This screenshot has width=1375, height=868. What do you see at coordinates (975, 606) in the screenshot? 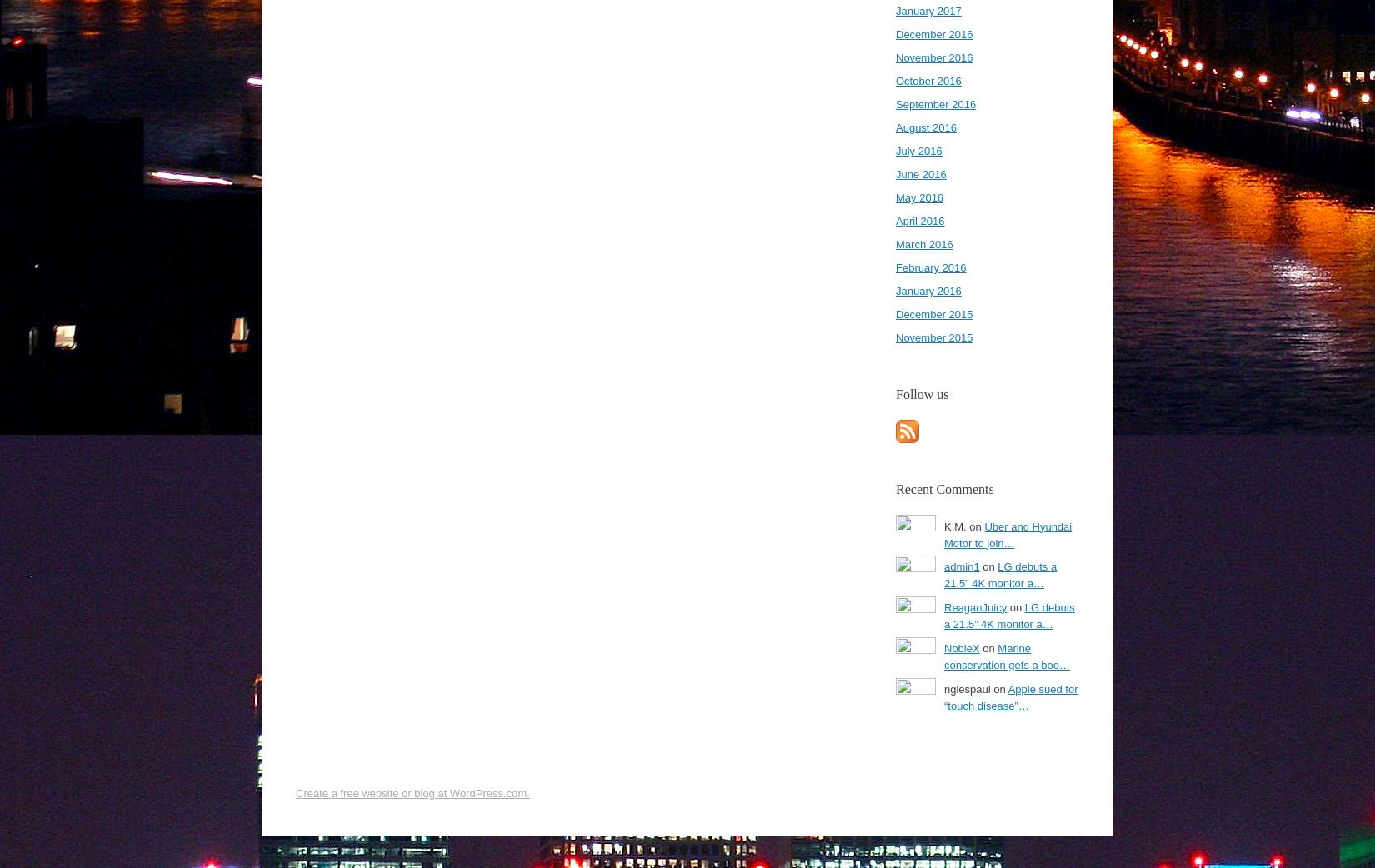
I see `'ReaganJuicy'` at bounding box center [975, 606].